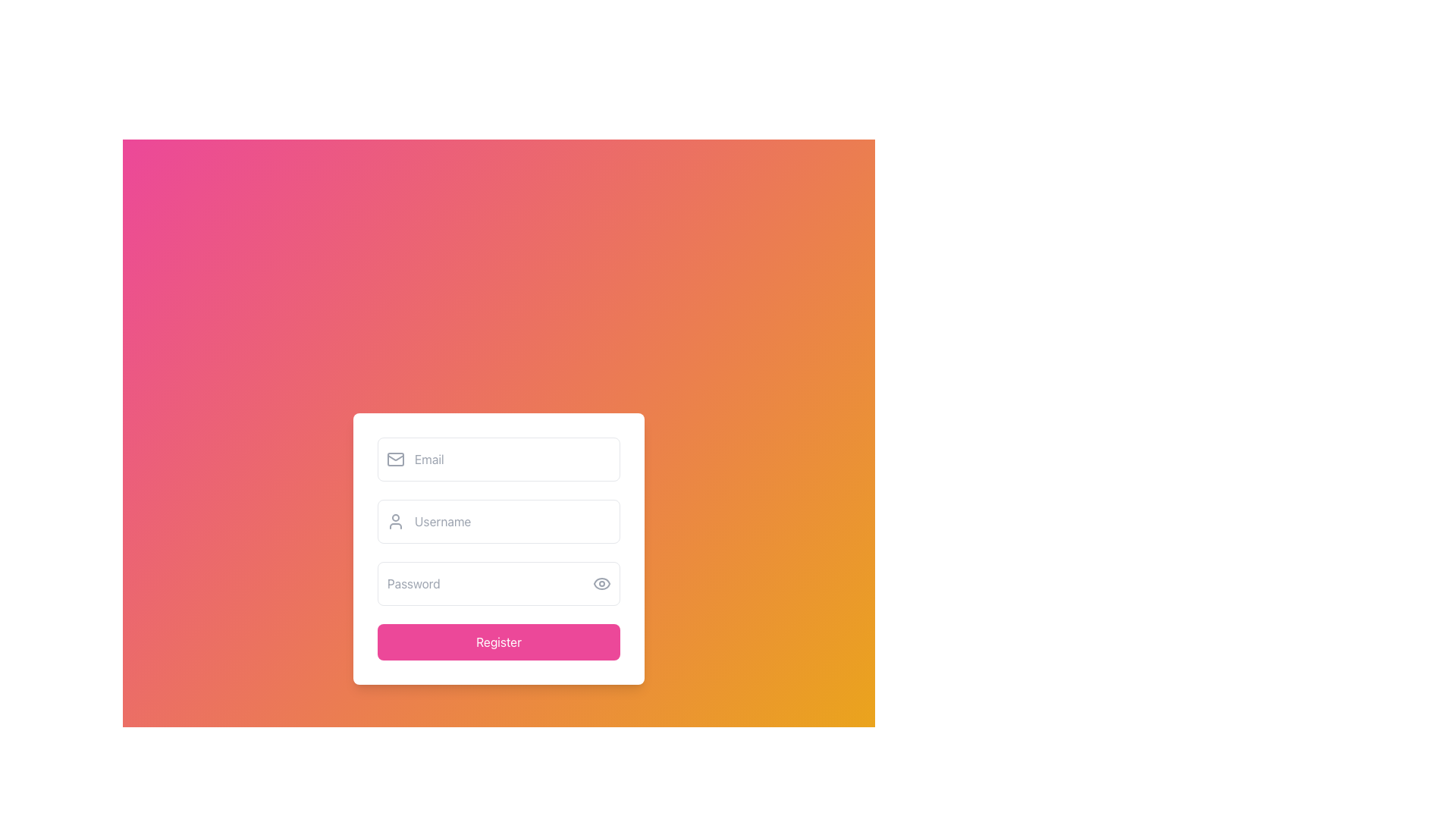  Describe the element at coordinates (396, 520) in the screenshot. I see `the user icon, which is a gray minimalist design resembling a user symbol, located to the left of the username input field` at that location.